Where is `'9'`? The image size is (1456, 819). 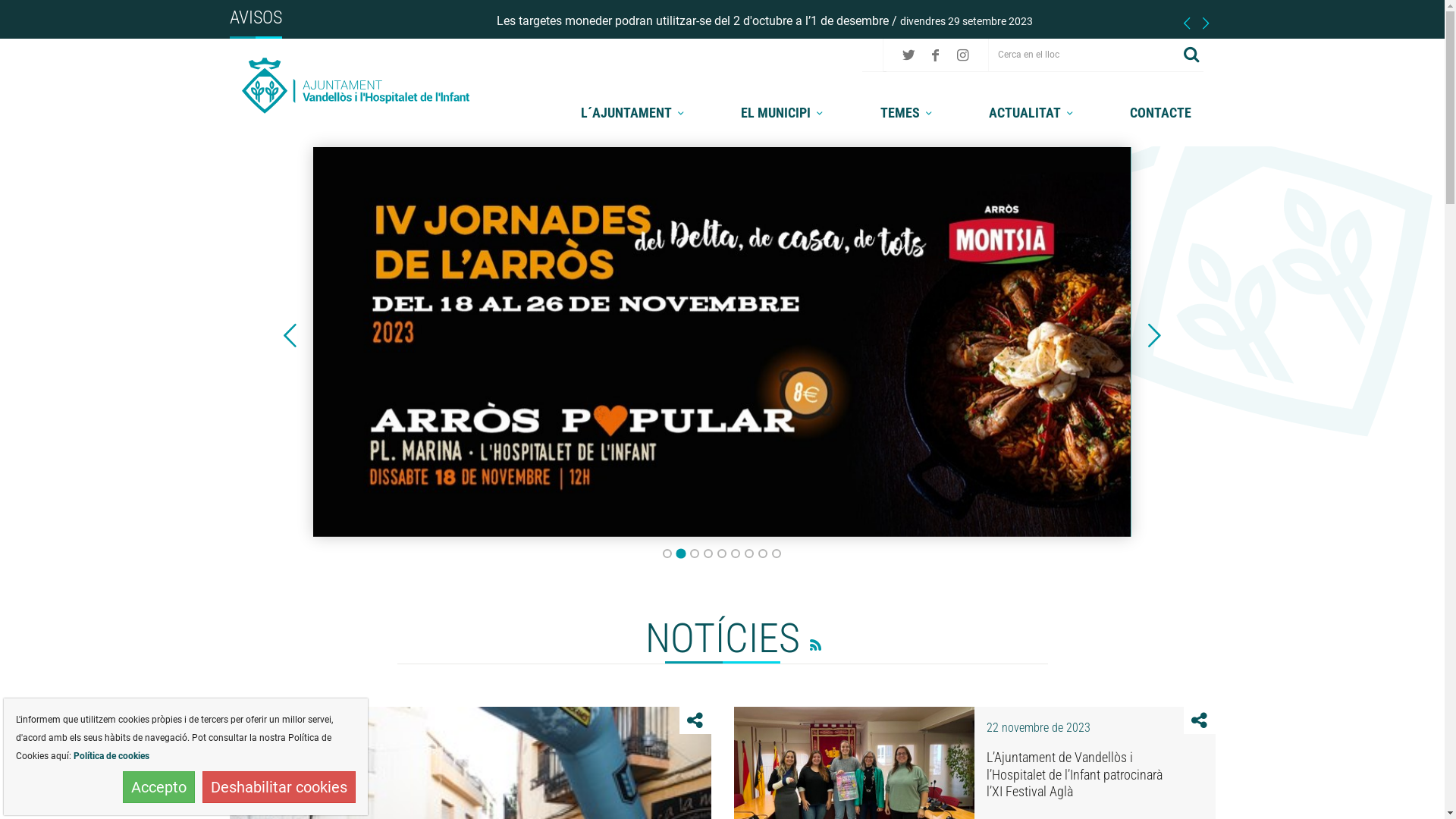 '9' is located at coordinates (776, 553).